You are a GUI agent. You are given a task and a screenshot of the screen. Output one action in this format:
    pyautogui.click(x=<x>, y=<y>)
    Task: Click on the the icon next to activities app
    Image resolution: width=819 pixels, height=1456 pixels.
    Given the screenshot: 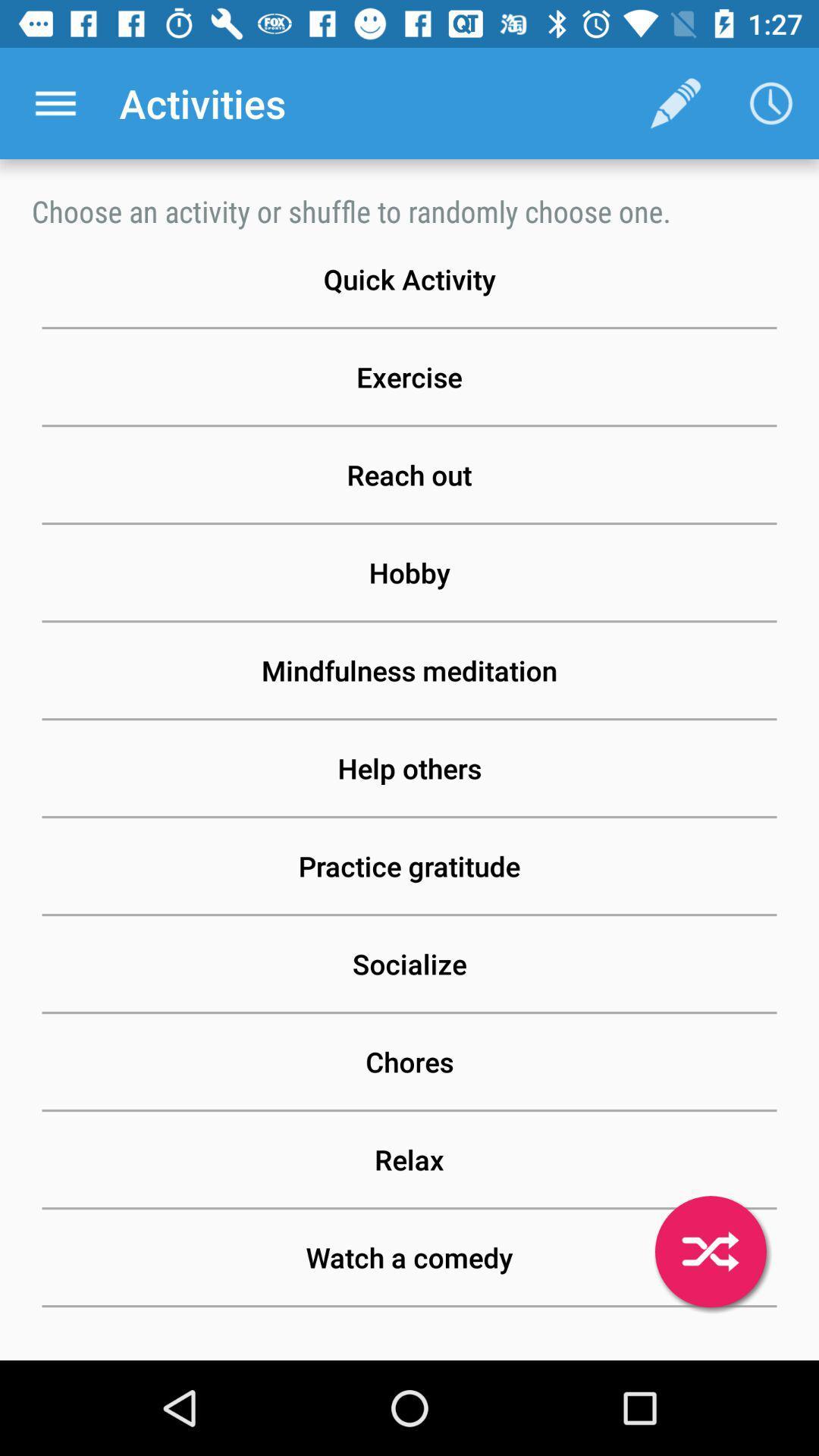 What is the action you would take?
    pyautogui.click(x=55, y=102)
    